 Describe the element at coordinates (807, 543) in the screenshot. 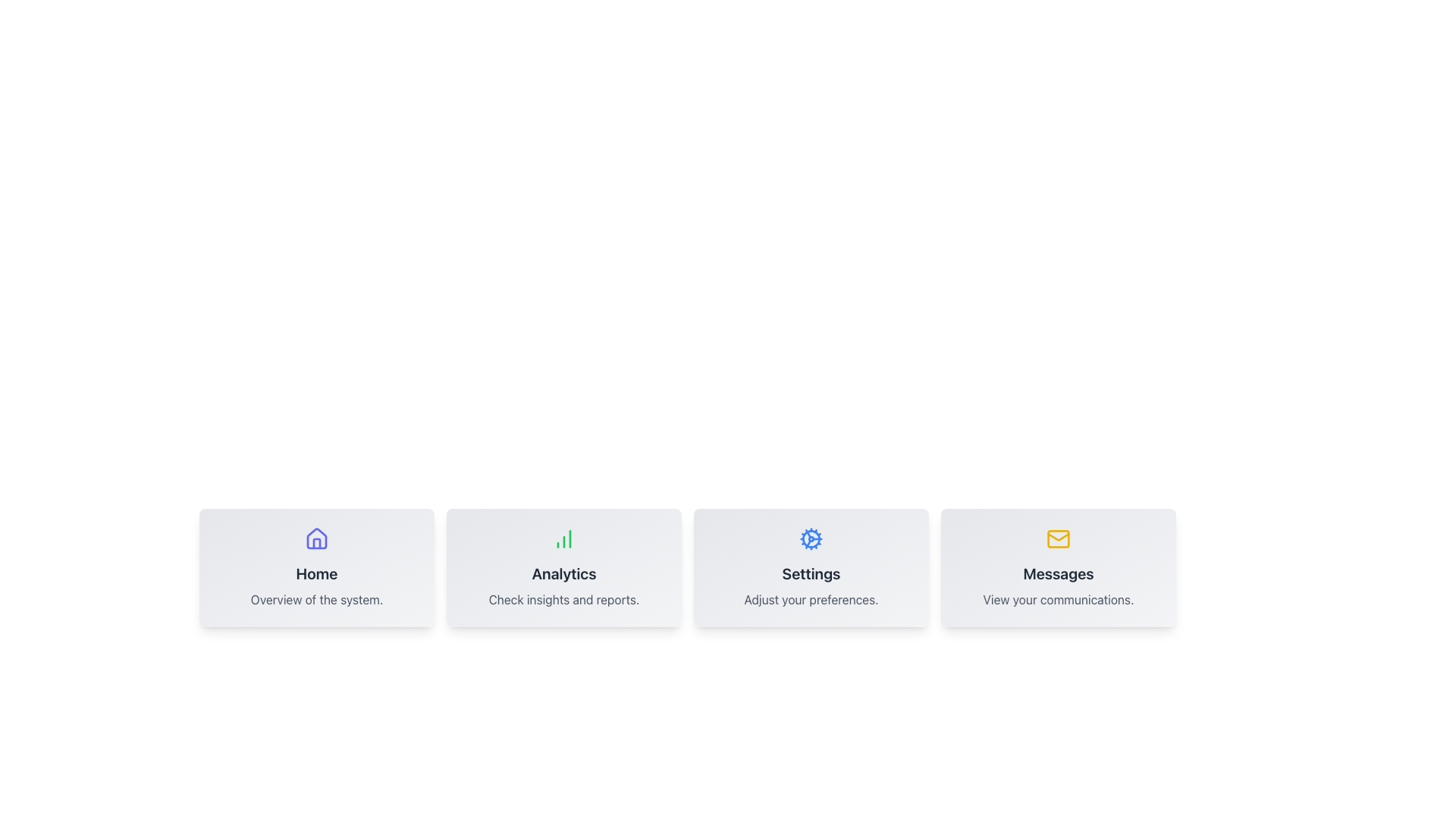

I see `the gear icon, which is part of the 'Settings' button, located centrally within the button layout` at that location.